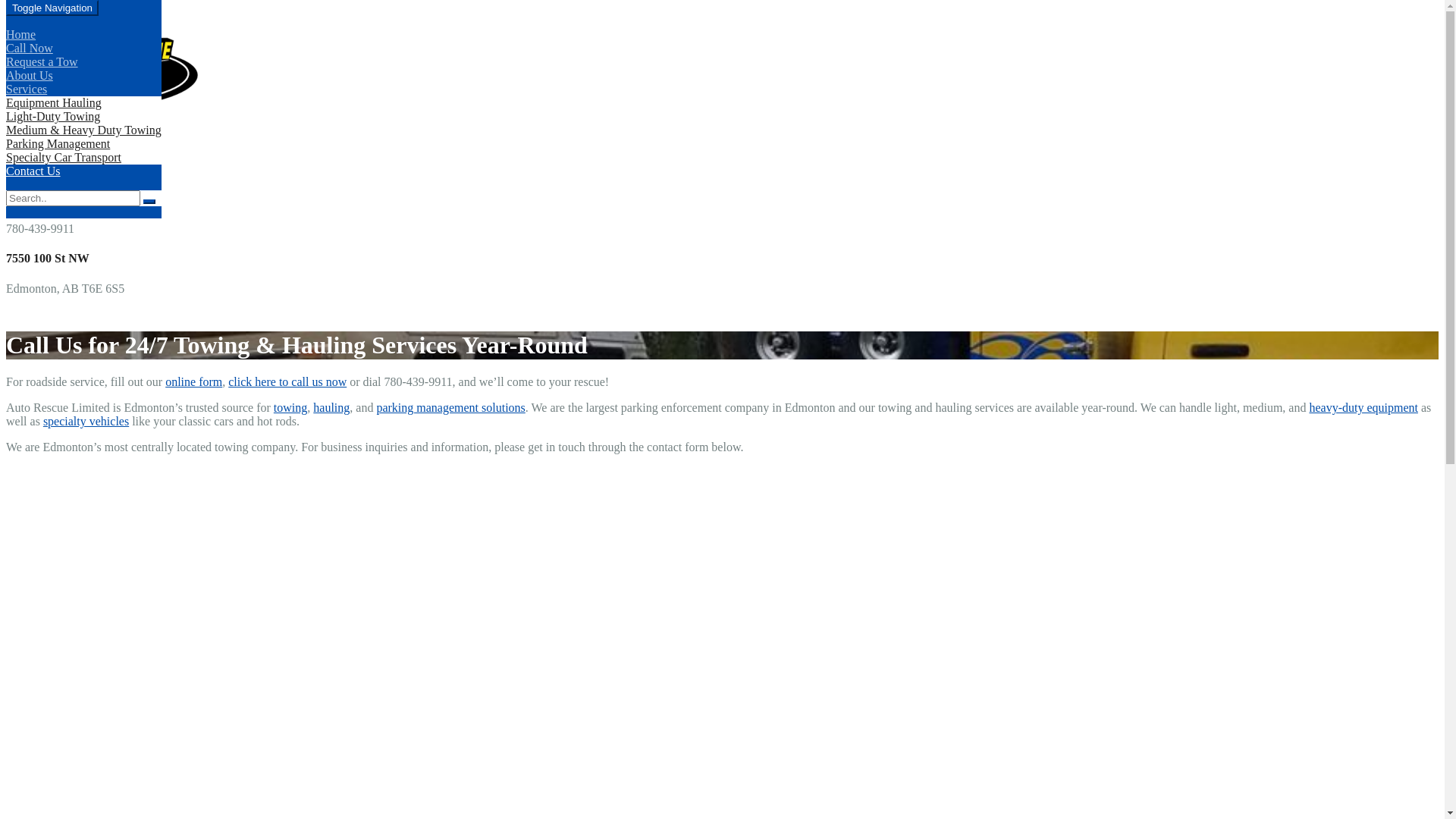 This screenshot has height=819, width=1456. Describe the element at coordinates (26, 89) in the screenshot. I see `'Services'` at that location.